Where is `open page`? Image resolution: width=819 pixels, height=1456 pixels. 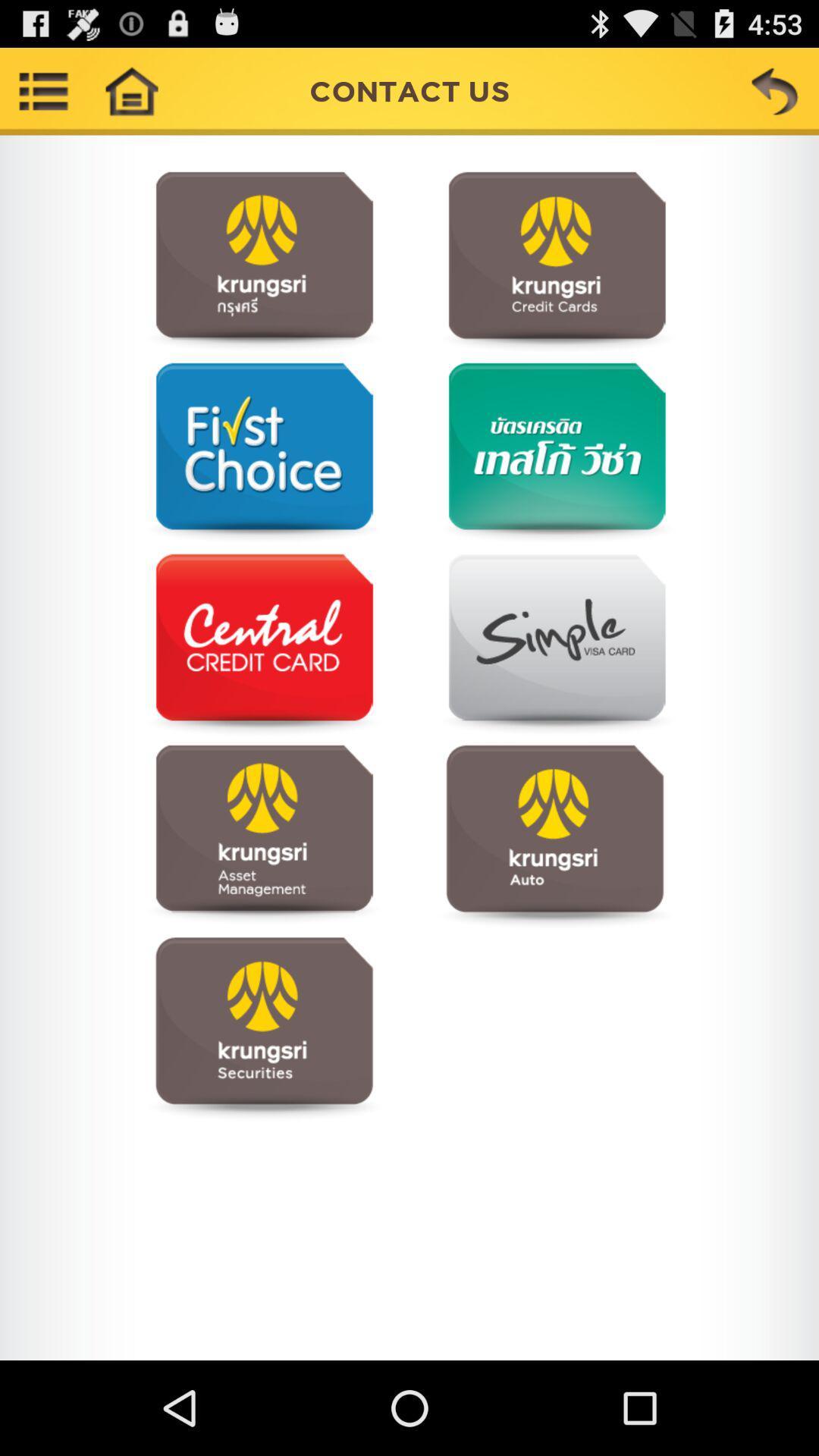
open page is located at coordinates (263, 1027).